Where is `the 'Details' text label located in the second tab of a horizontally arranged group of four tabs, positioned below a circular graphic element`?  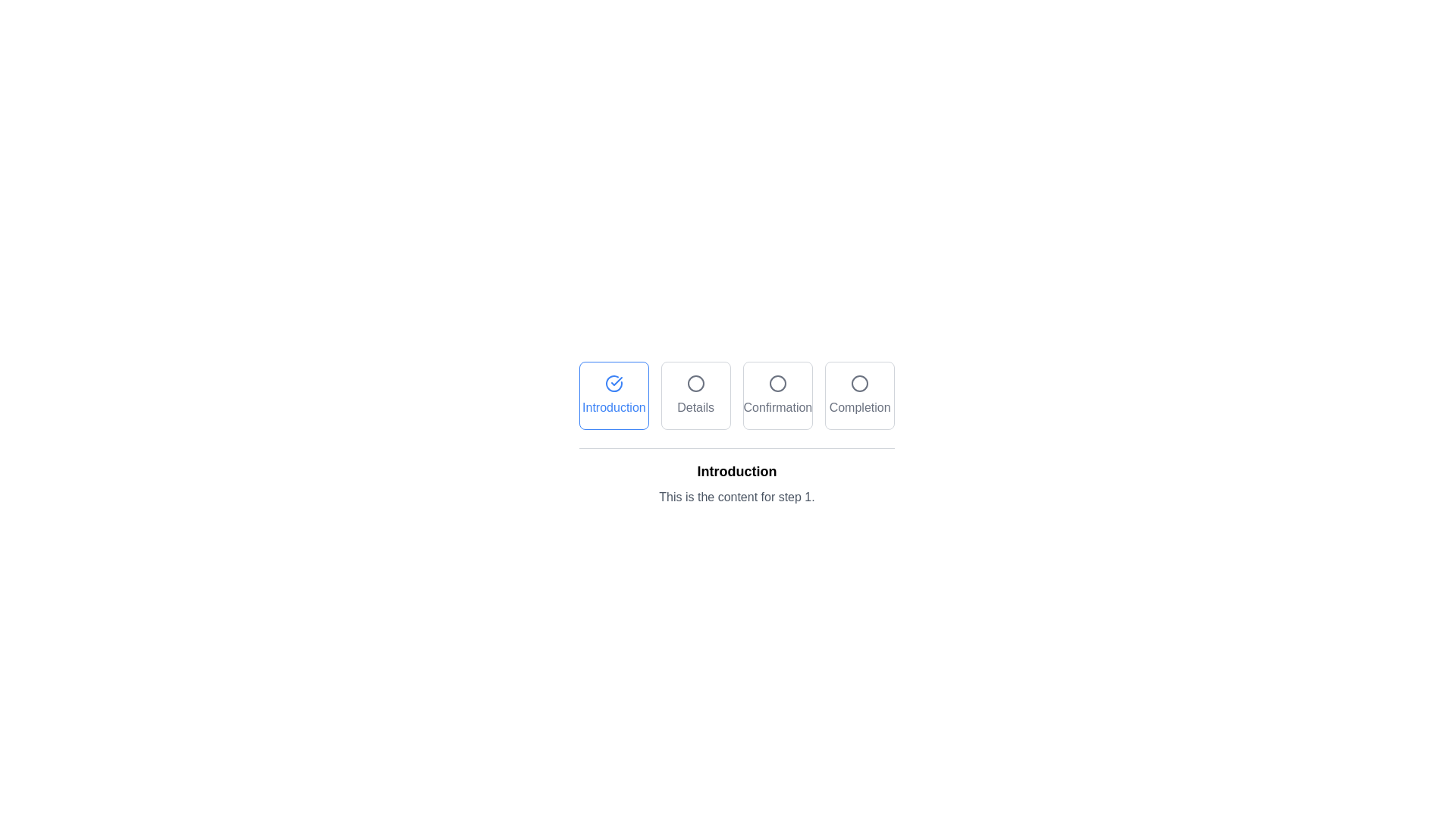
the 'Details' text label located in the second tab of a horizontally arranged group of four tabs, positioned below a circular graphic element is located at coordinates (695, 406).